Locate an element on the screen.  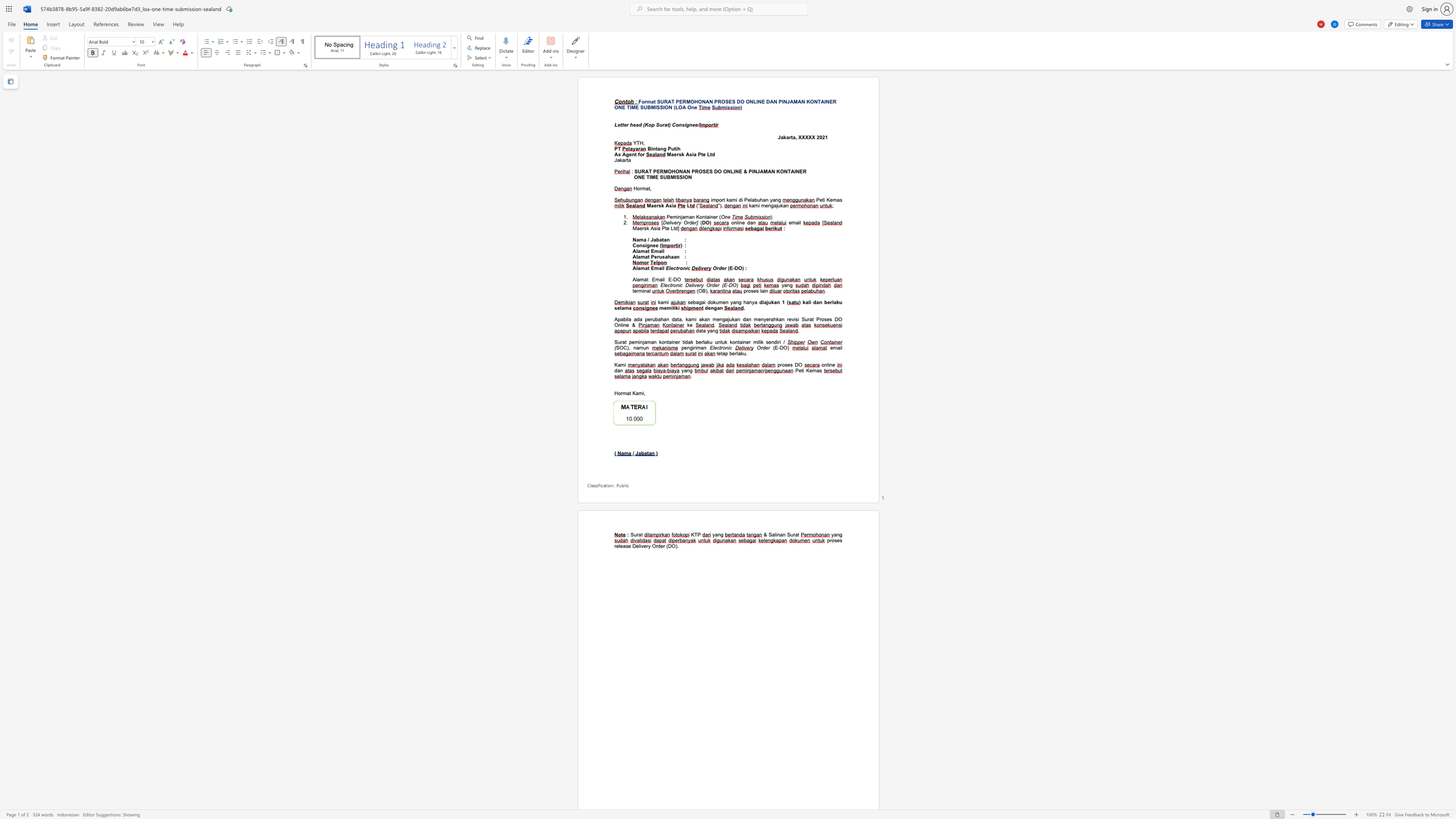
the space between the continuous character "r" and "a" in the text is located at coordinates (664, 125).